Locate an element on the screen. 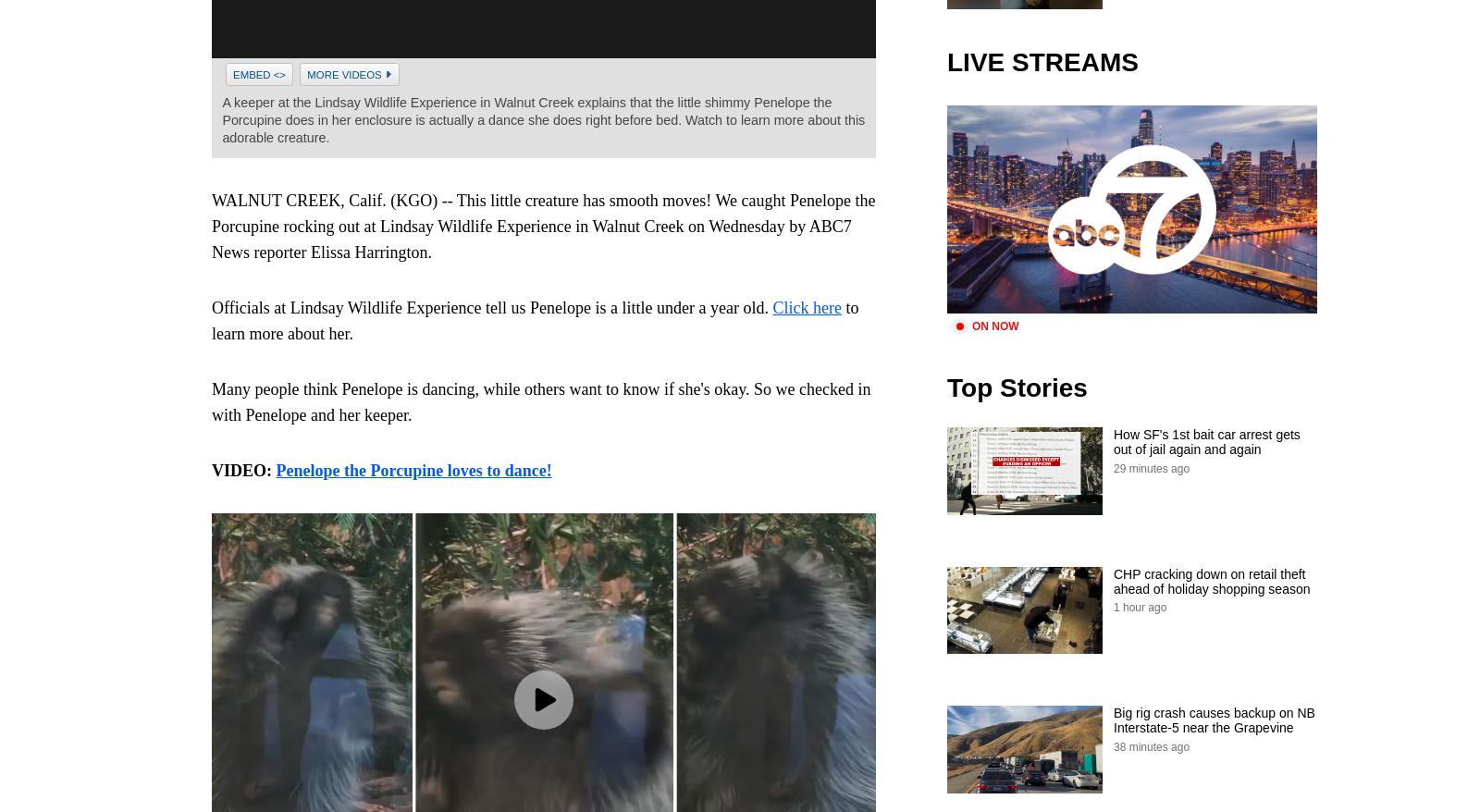 This screenshot has width=1480, height=812. 'Big rig crash causes backup on NB Interstate-5 near the Grapevine' is located at coordinates (1113, 720).